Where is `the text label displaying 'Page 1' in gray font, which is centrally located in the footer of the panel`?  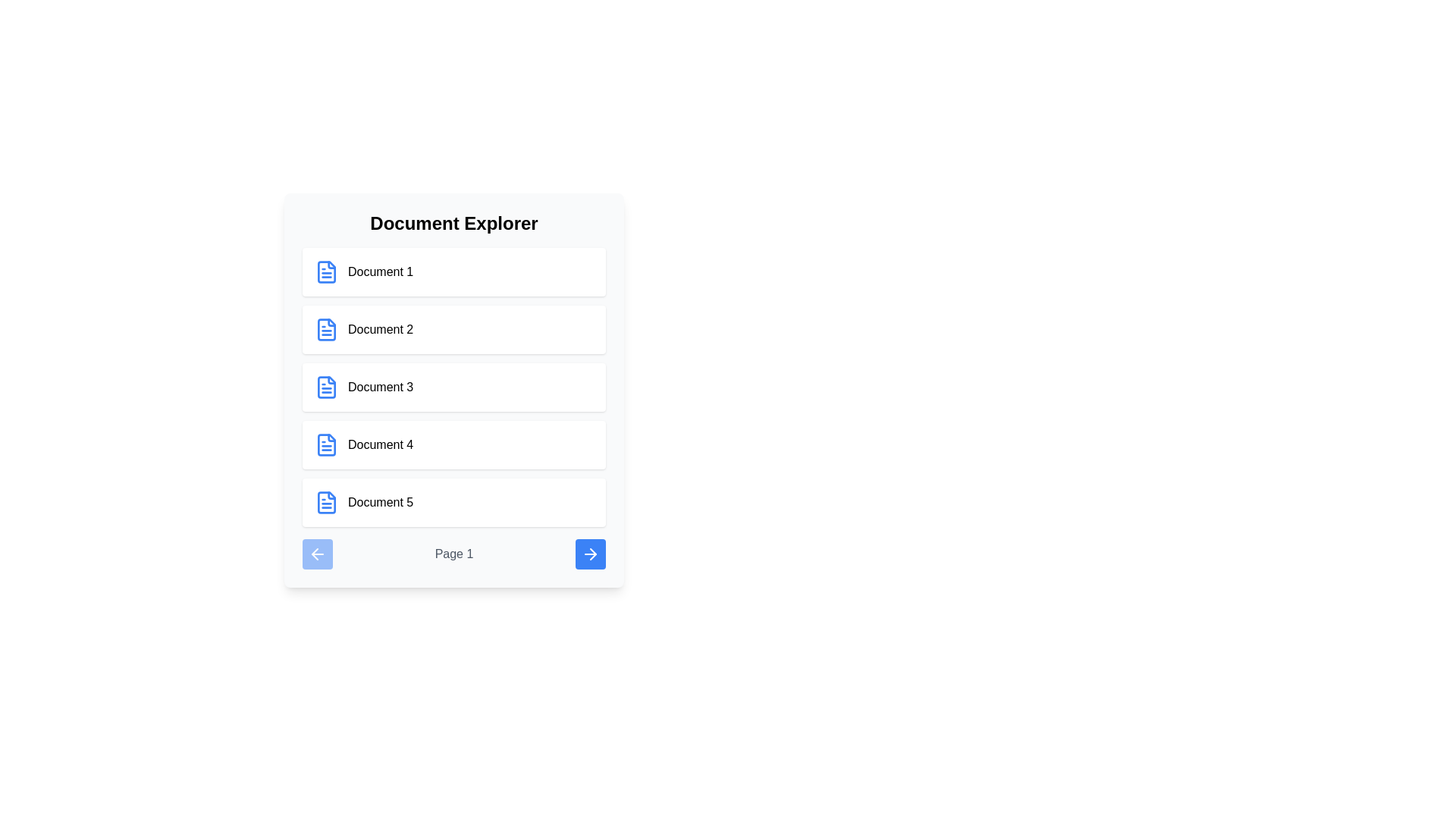
the text label displaying 'Page 1' in gray font, which is centrally located in the footer of the panel is located at coordinates (453, 554).